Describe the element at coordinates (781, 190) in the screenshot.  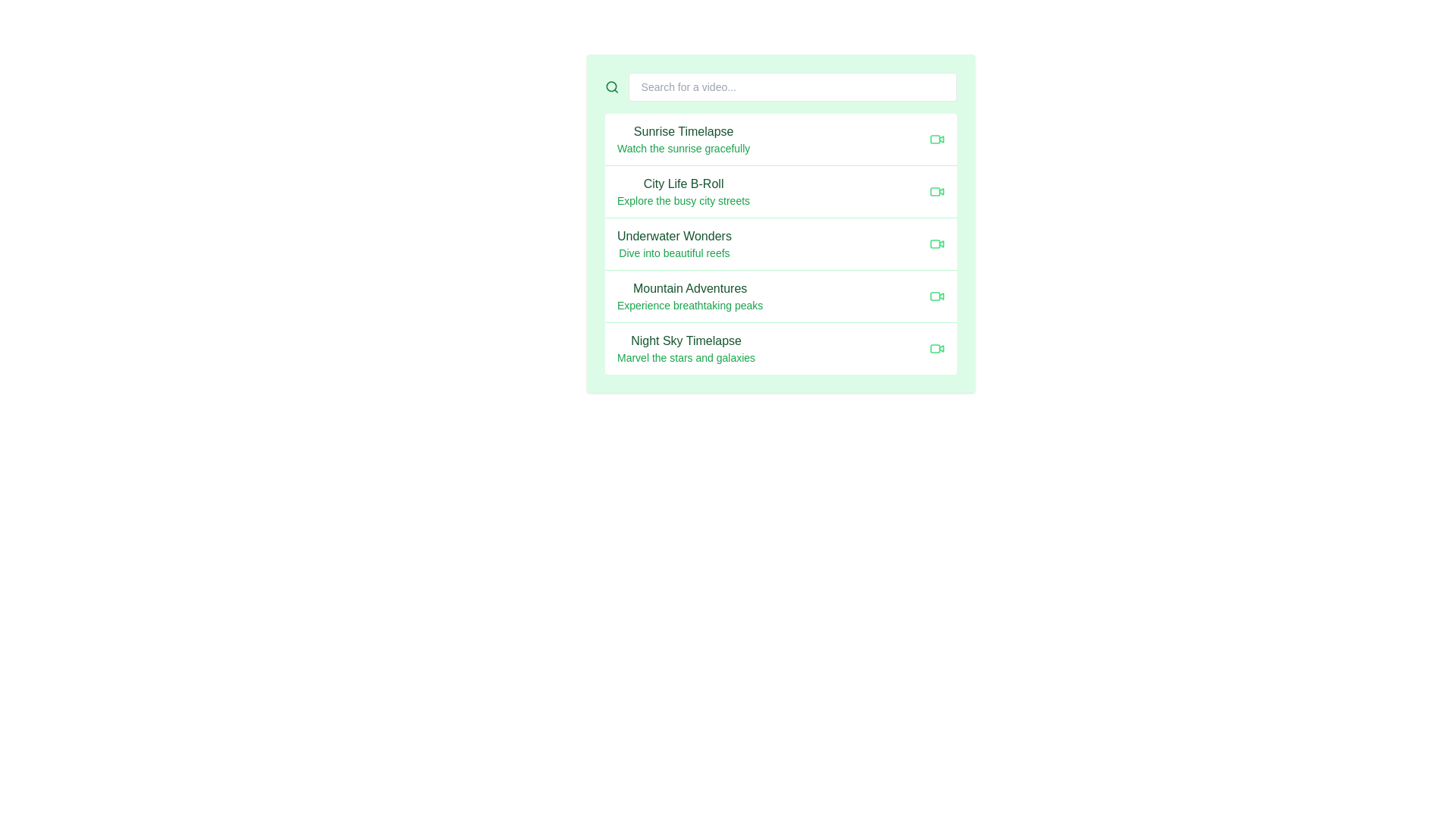
I see `the list item that contains a title and description for a video topic, positioned between 'Sunrise Timelapse' and 'Underwater Wonders'` at that location.